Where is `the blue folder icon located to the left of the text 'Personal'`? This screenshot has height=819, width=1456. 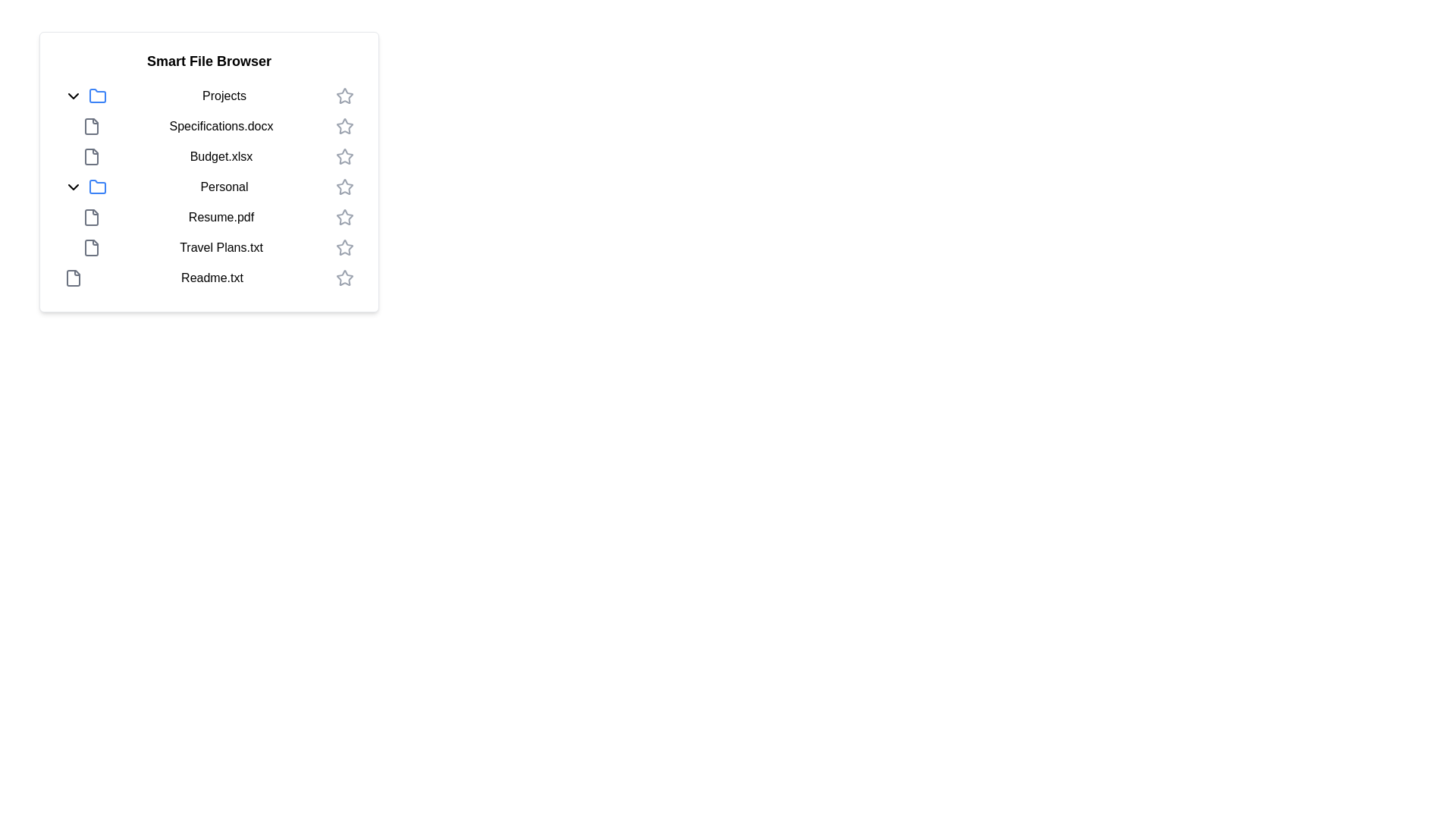
the blue folder icon located to the left of the text 'Personal' is located at coordinates (97, 186).